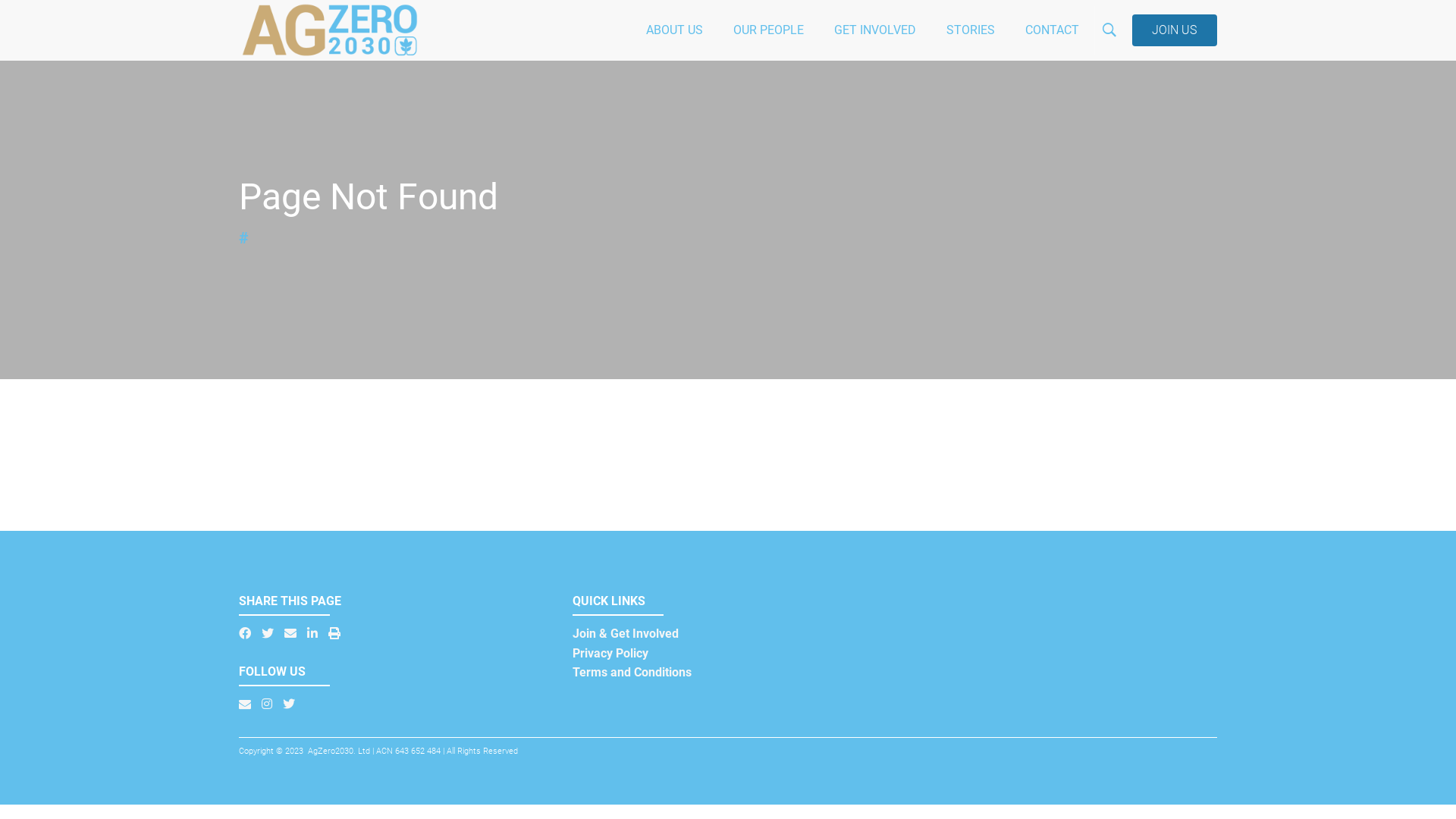 The image size is (1456, 819). Describe the element at coordinates (1051, 30) in the screenshot. I see `'CONTACT'` at that location.